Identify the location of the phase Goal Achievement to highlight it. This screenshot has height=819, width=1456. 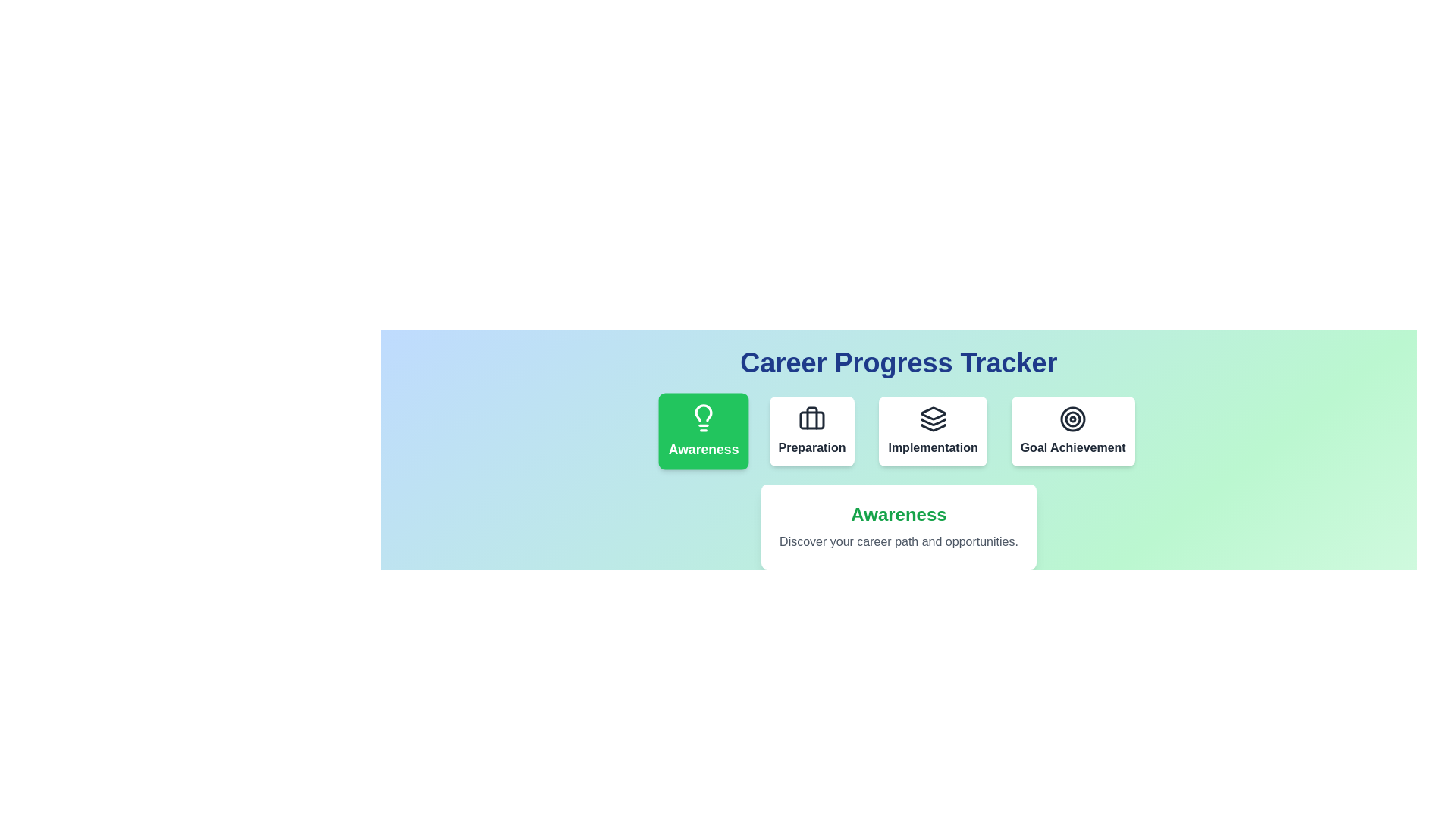
(1072, 431).